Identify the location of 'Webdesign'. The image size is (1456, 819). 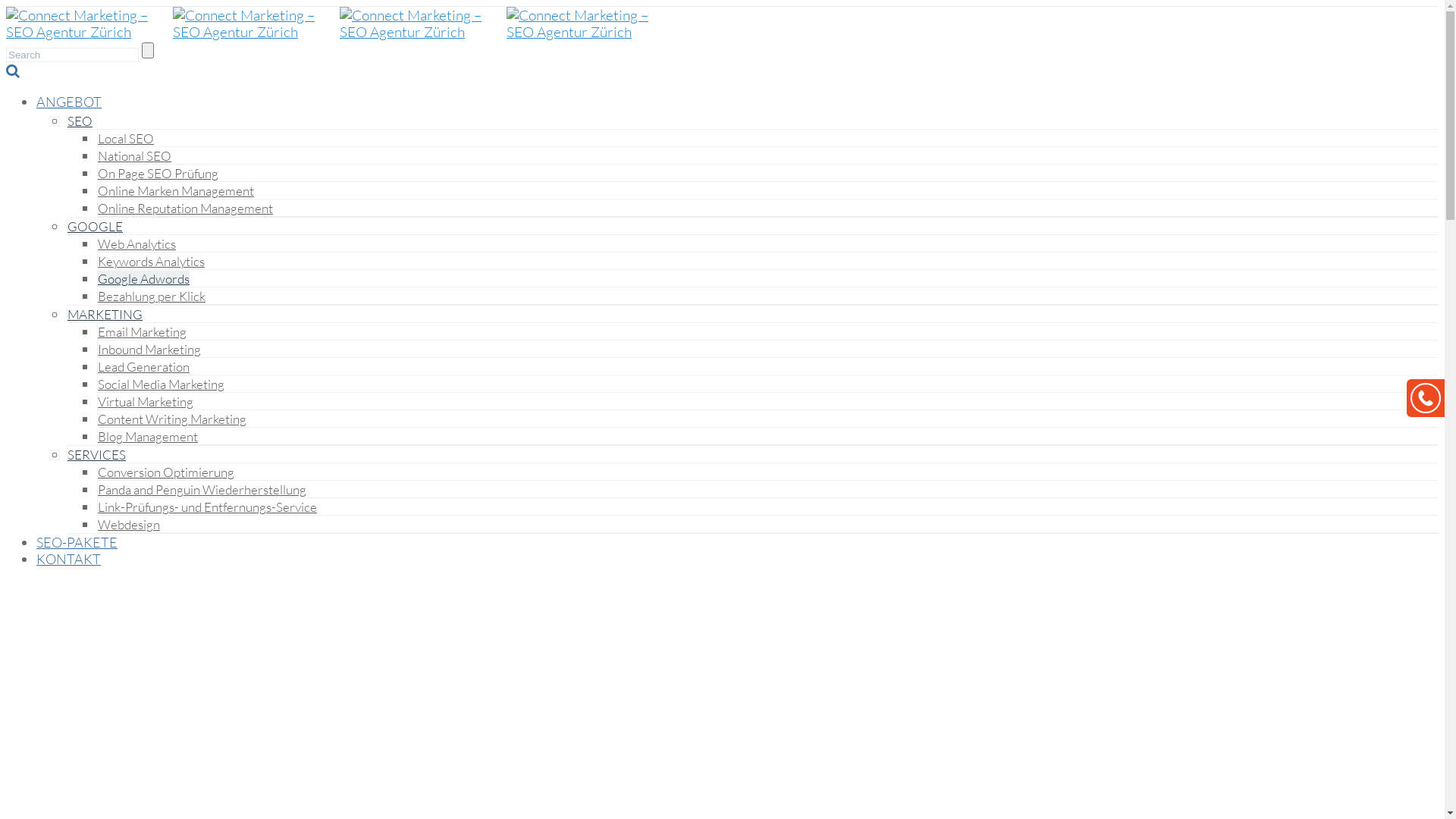
(96, 523).